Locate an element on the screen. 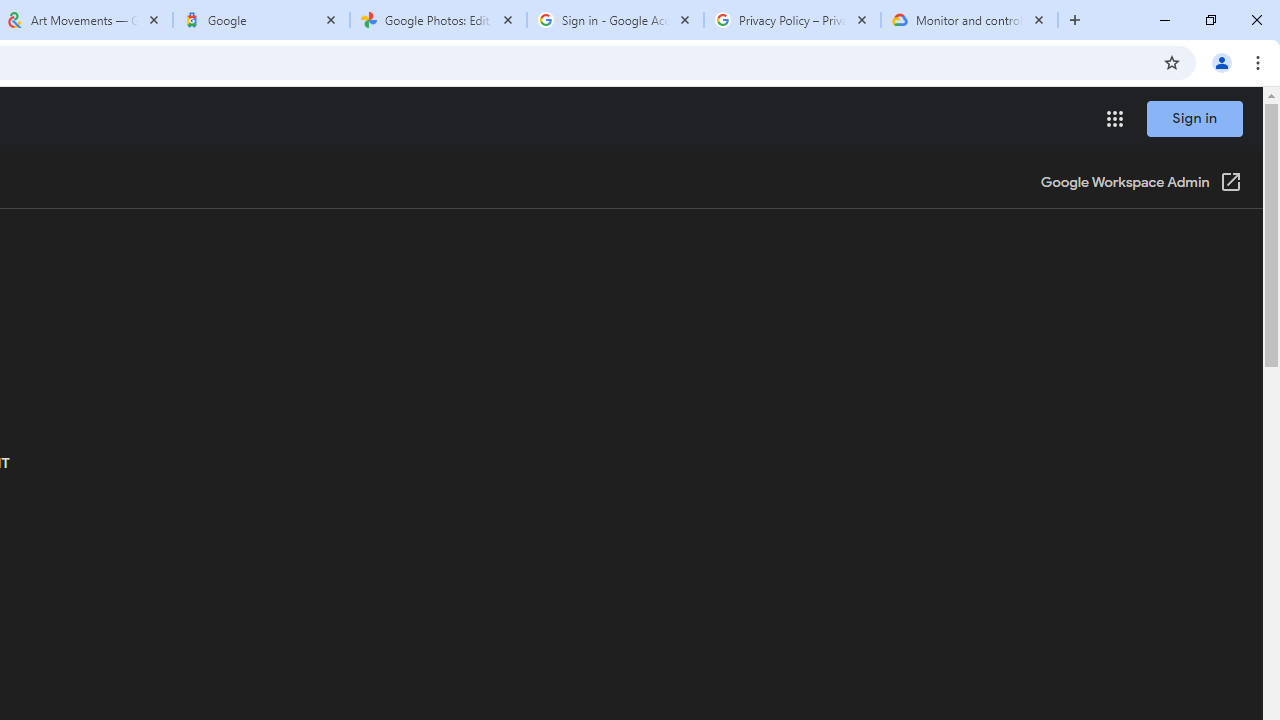 This screenshot has height=720, width=1280. 'Google' is located at coordinates (260, 20).